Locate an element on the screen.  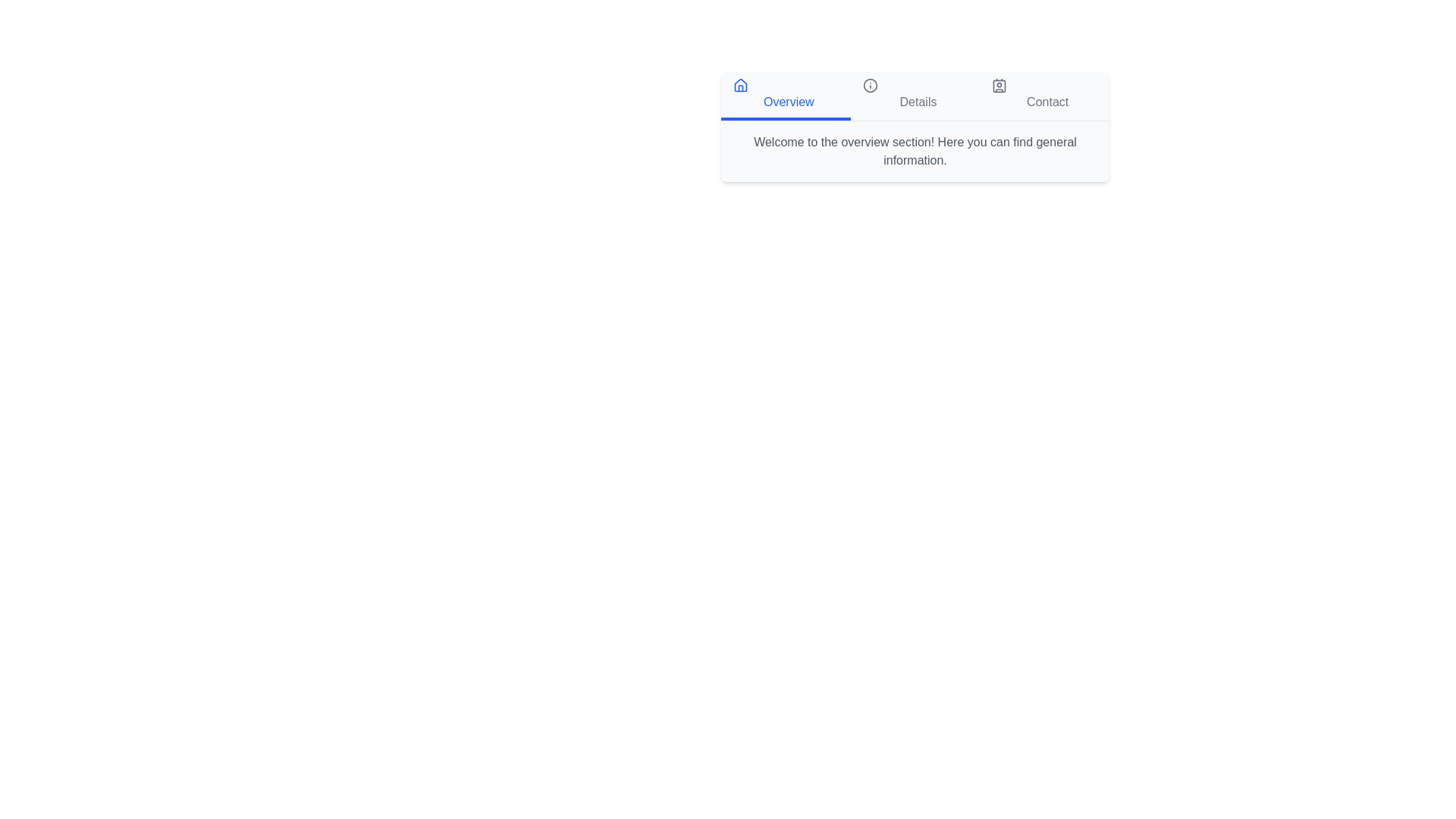
the tab labeled Details to switch to that section is located at coordinates (914, 96).